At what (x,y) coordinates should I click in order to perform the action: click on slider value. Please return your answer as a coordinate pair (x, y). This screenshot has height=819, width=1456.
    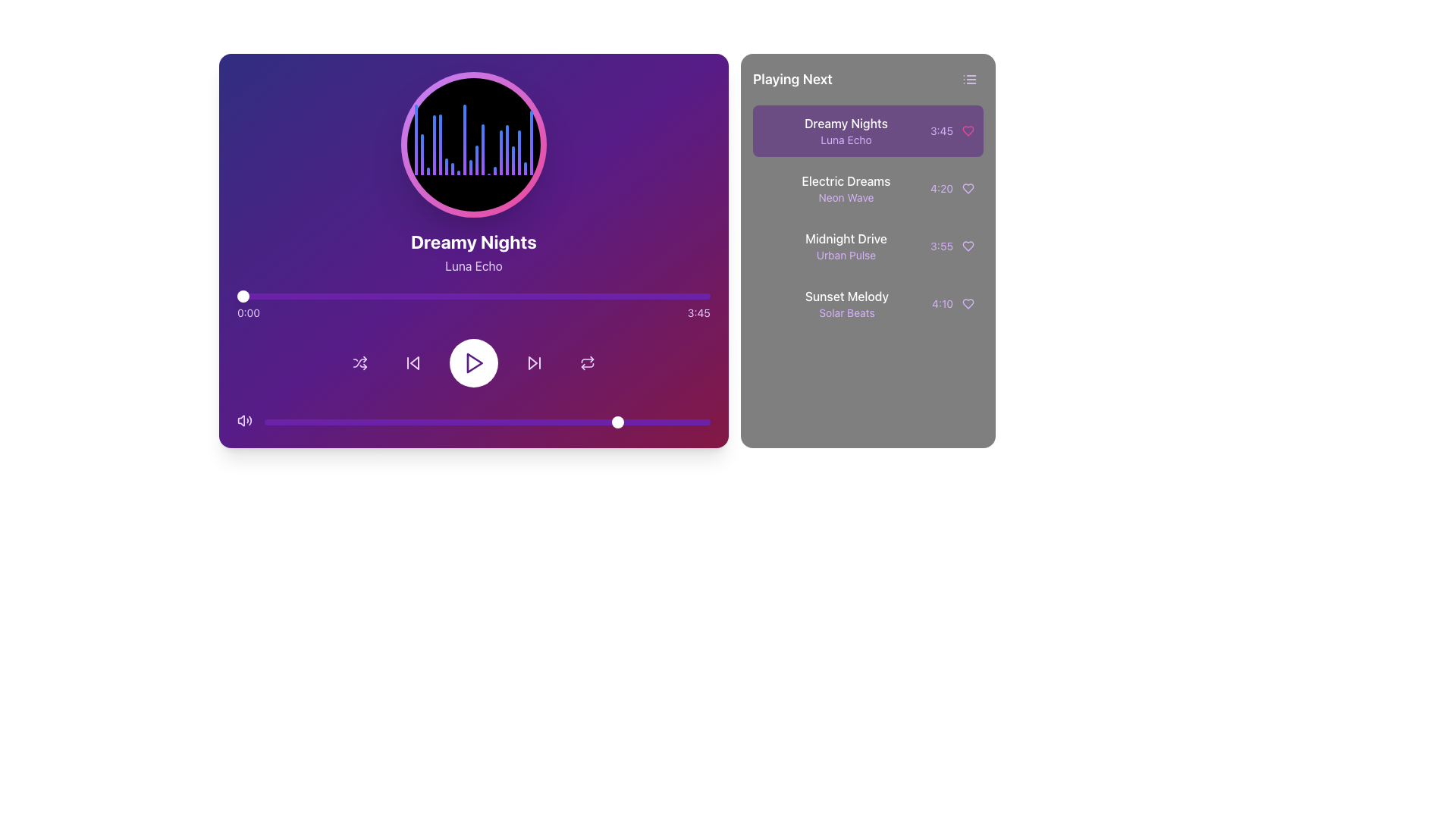
    Looking at the image, I should click on (362, 422).